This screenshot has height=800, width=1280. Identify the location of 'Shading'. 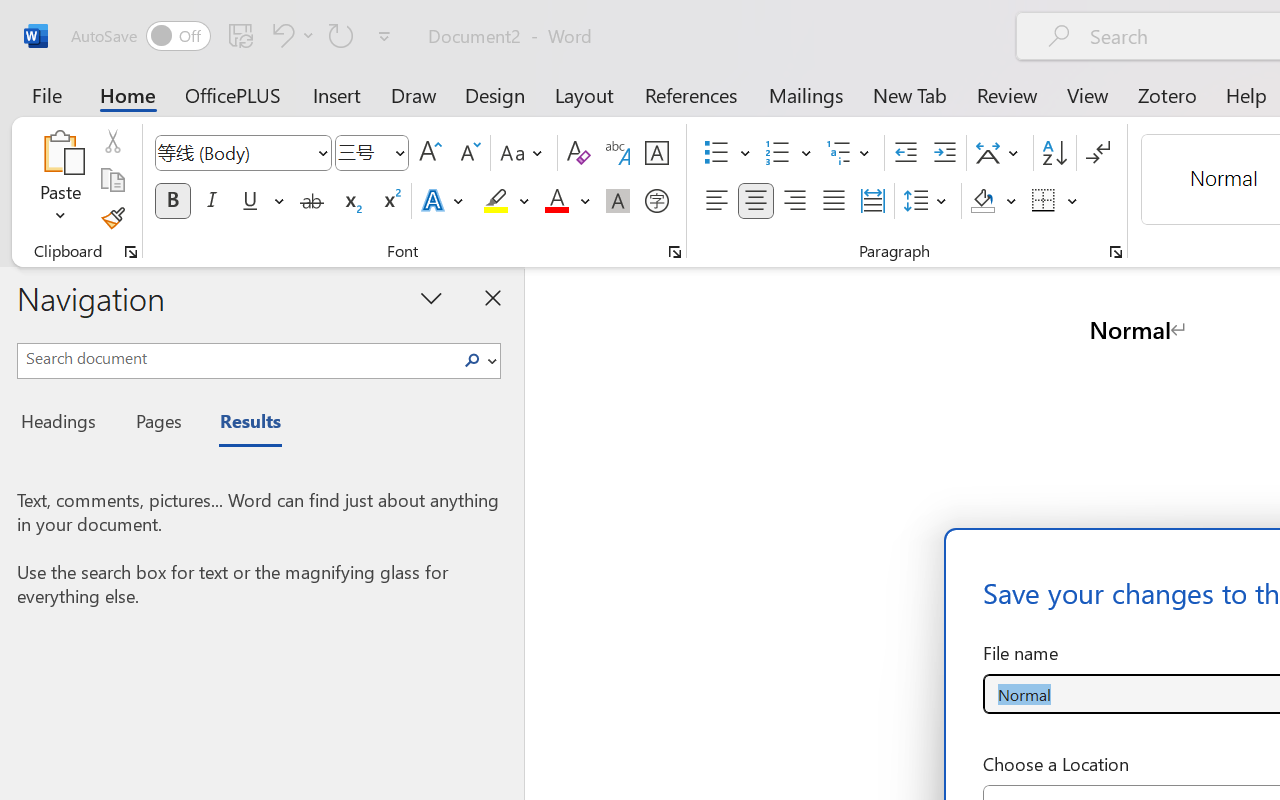
(993, 201).